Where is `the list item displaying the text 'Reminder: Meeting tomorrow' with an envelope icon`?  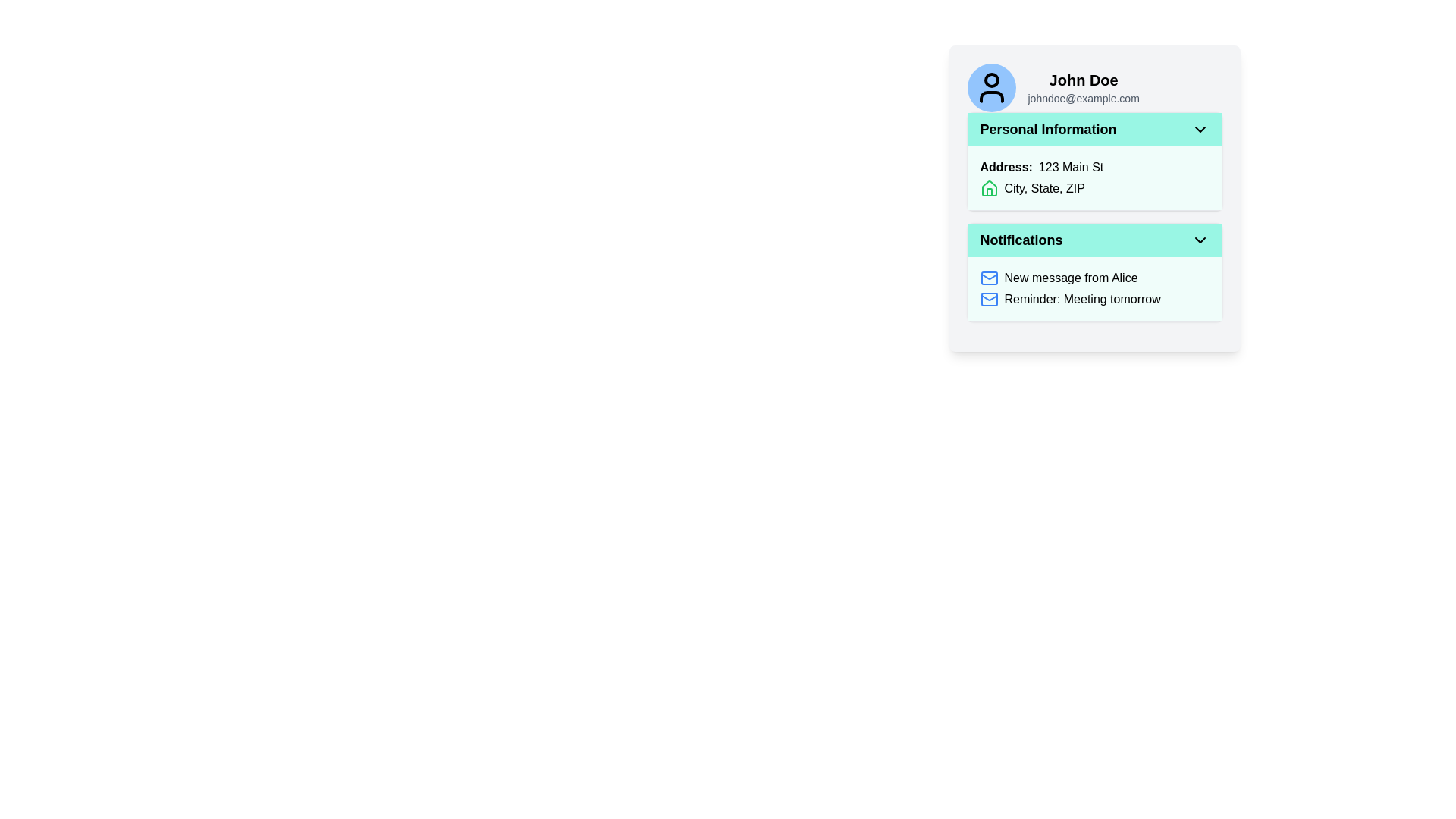
the list item displaying the text 'Reminder: Meeting tomorrow' with an envelope icon is located at coordinates (1094, 299).